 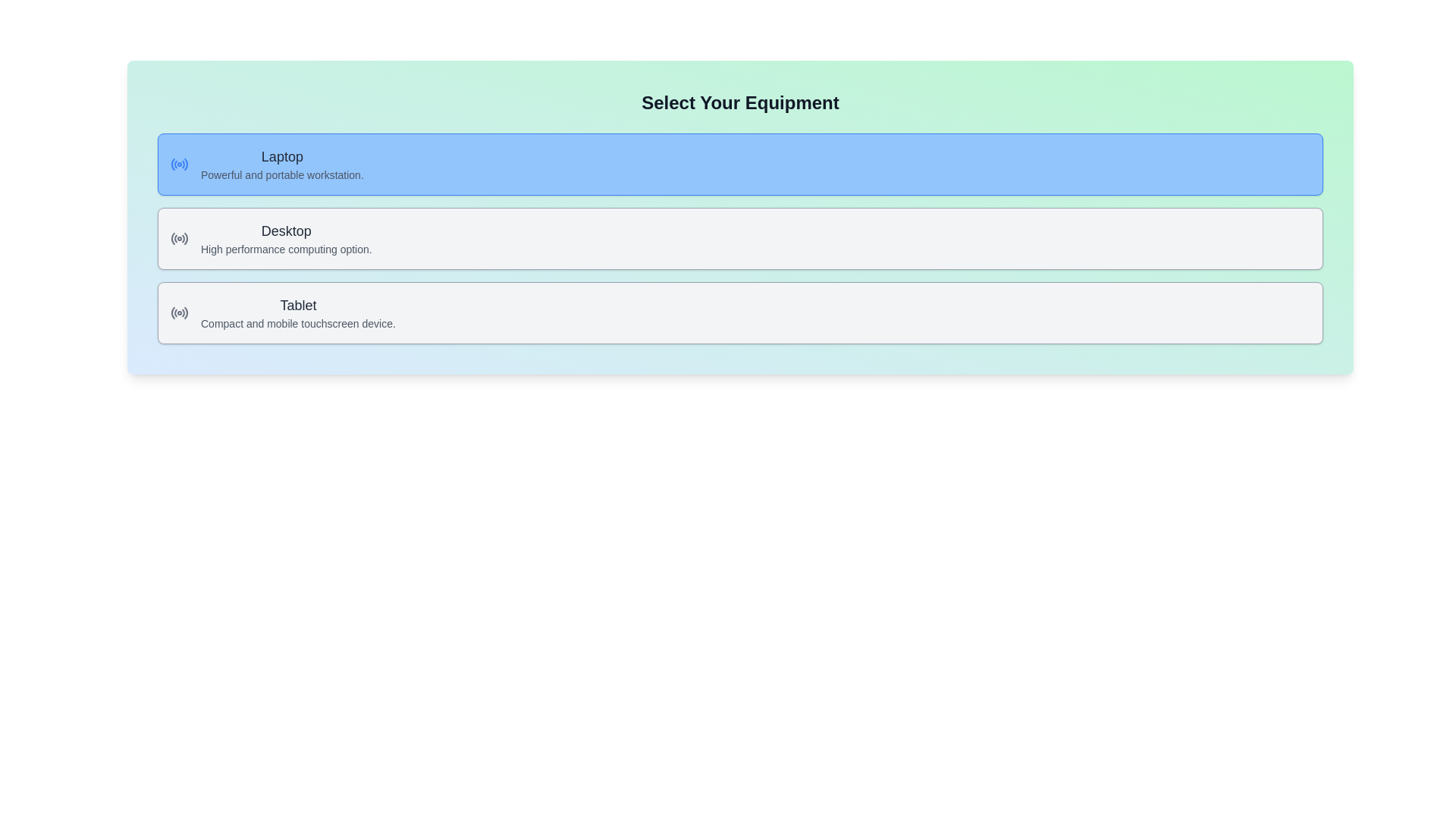 I want to click on the innermost rightmost arc of the radio signal icon, which is located to the left of the 'Laptop' option, so click(x=185, y=164).